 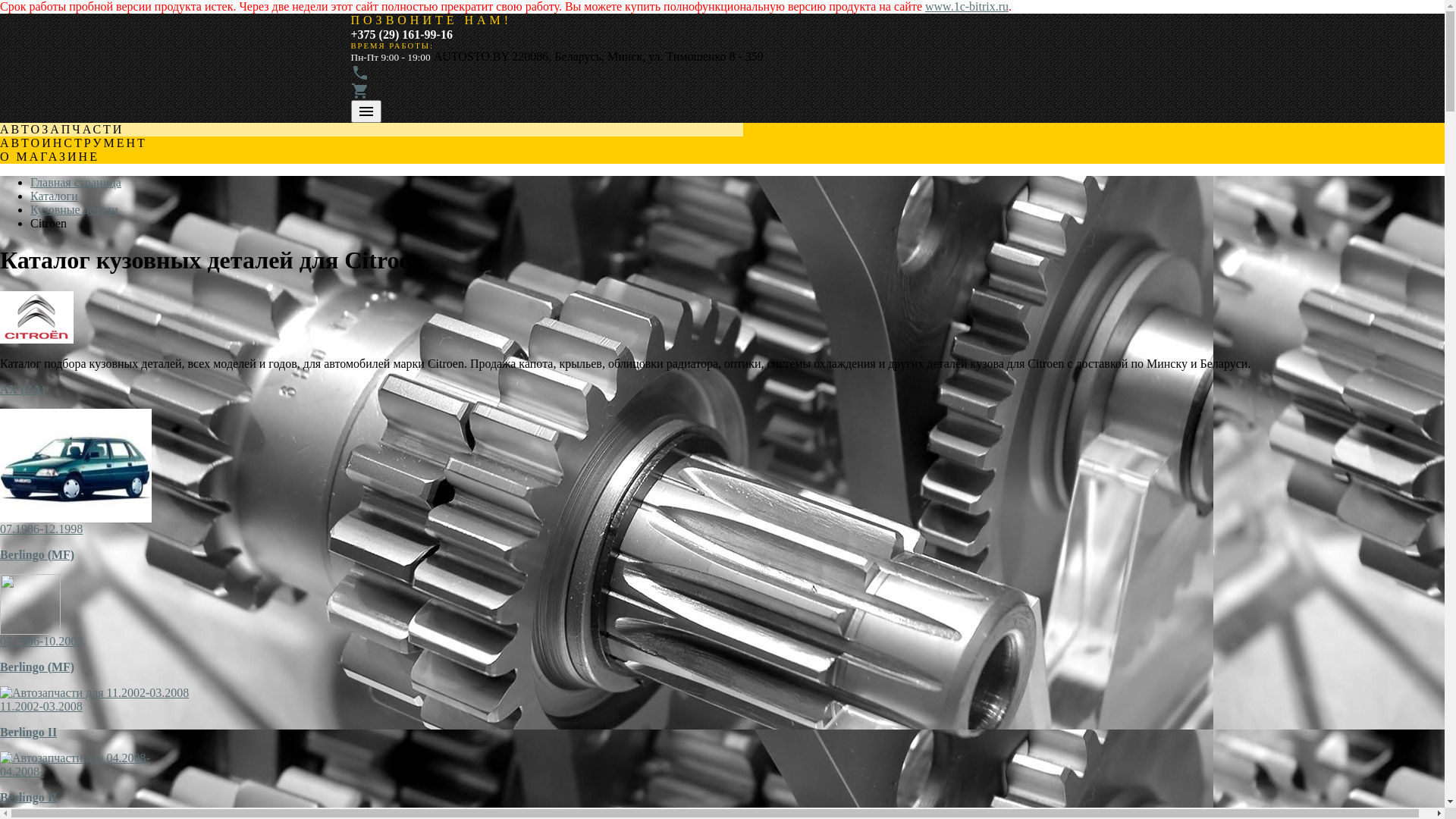 I want to click on 'Berlingo II', so click(x=28, y=731).